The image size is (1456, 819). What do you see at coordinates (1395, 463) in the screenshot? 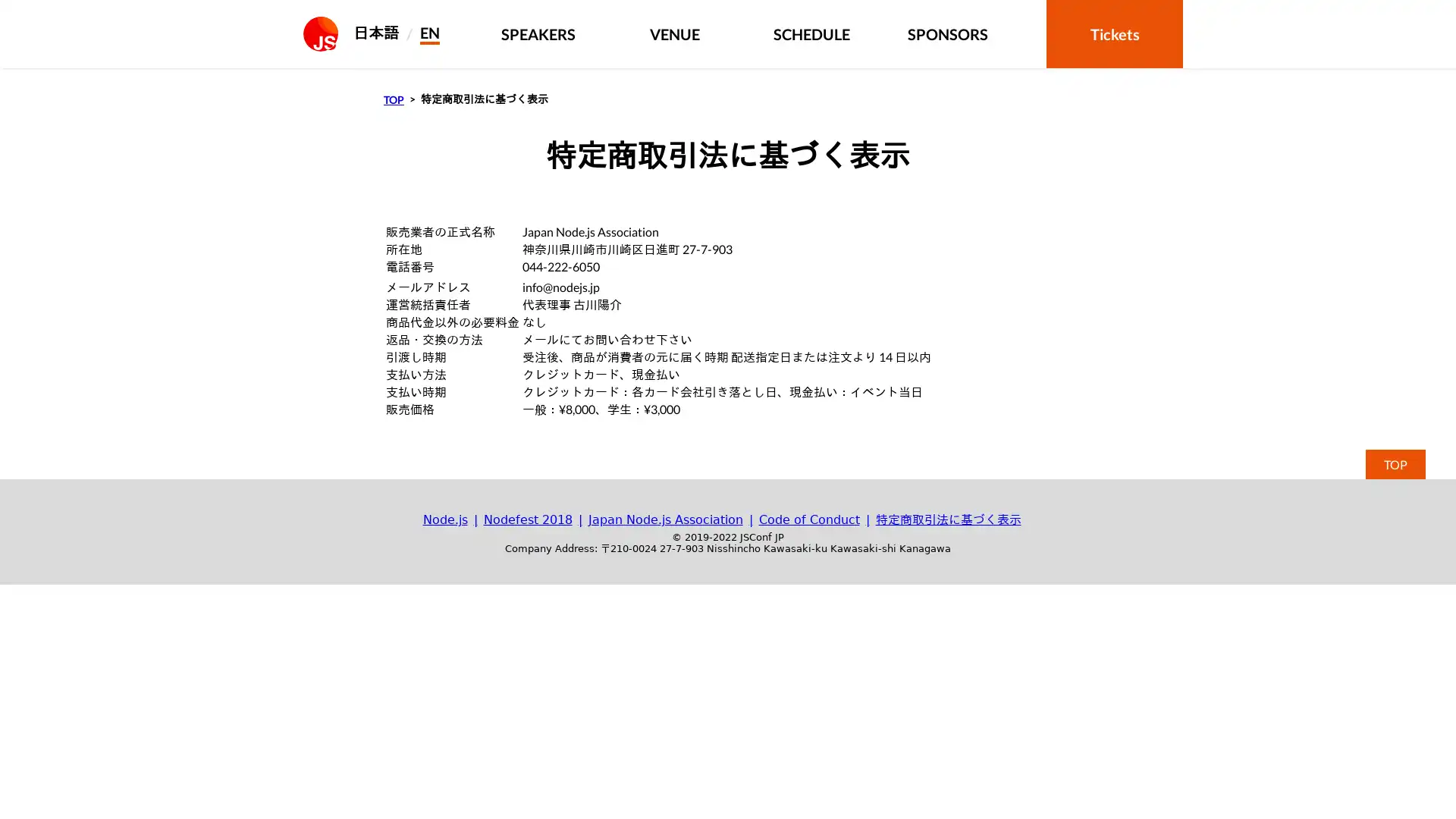
I see `TOP` at bounding box center [1395, 463].